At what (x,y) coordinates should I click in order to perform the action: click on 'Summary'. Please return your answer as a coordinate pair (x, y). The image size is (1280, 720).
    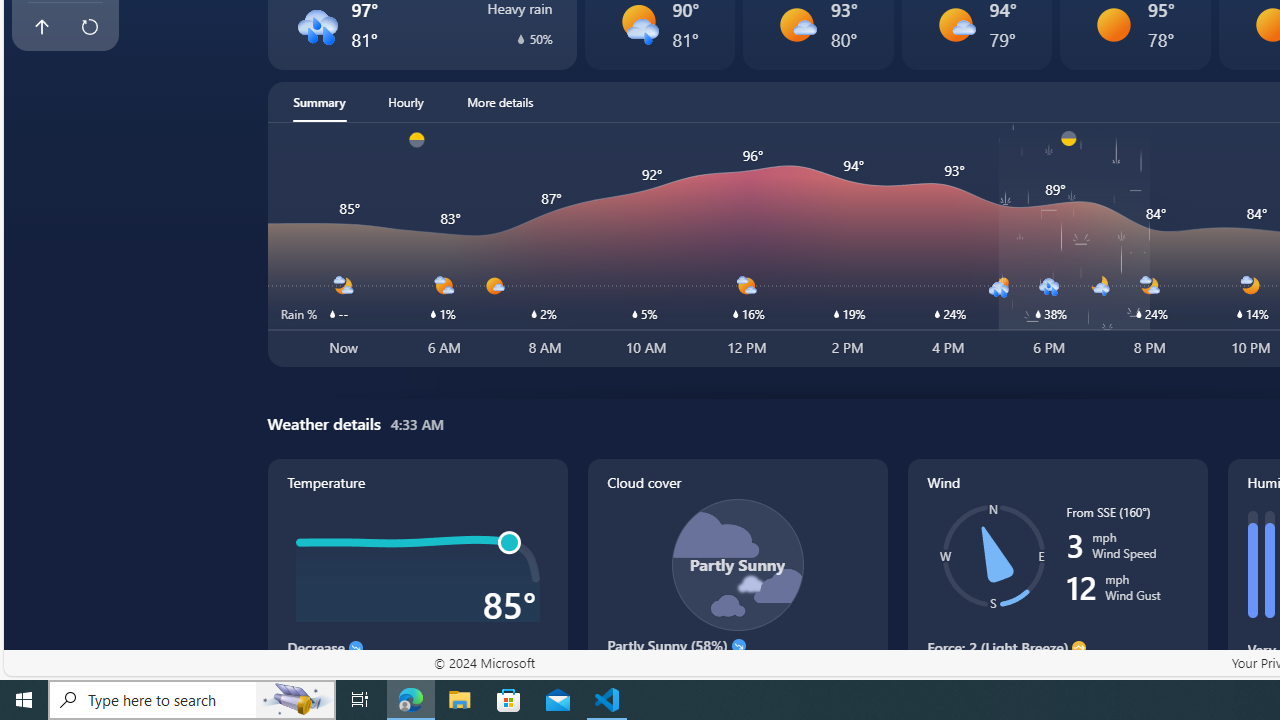
    Looking at the image, I should click on (318, 101).